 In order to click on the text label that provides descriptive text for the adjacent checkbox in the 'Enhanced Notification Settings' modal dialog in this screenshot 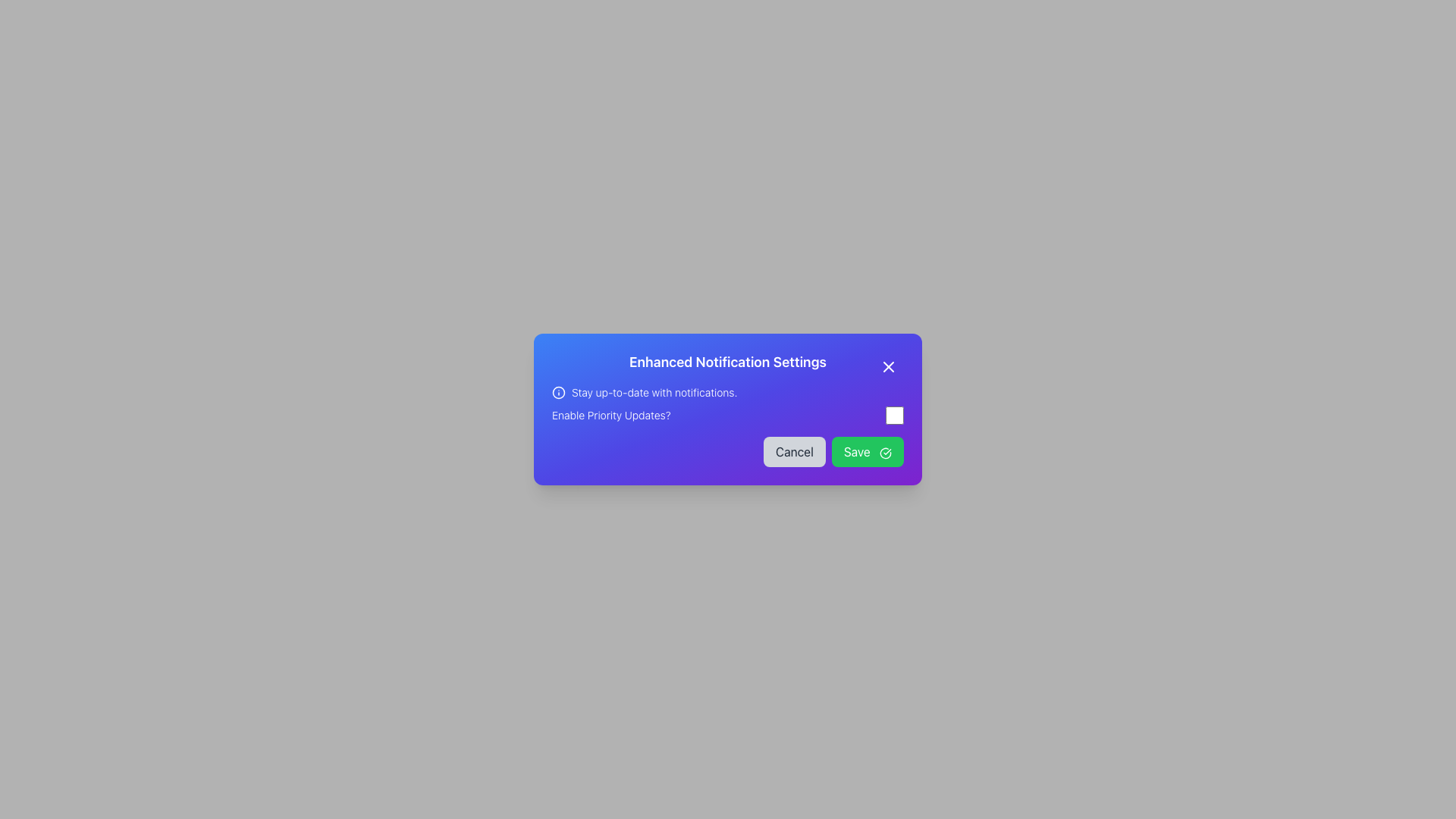, I will do `click(611, 415)`.